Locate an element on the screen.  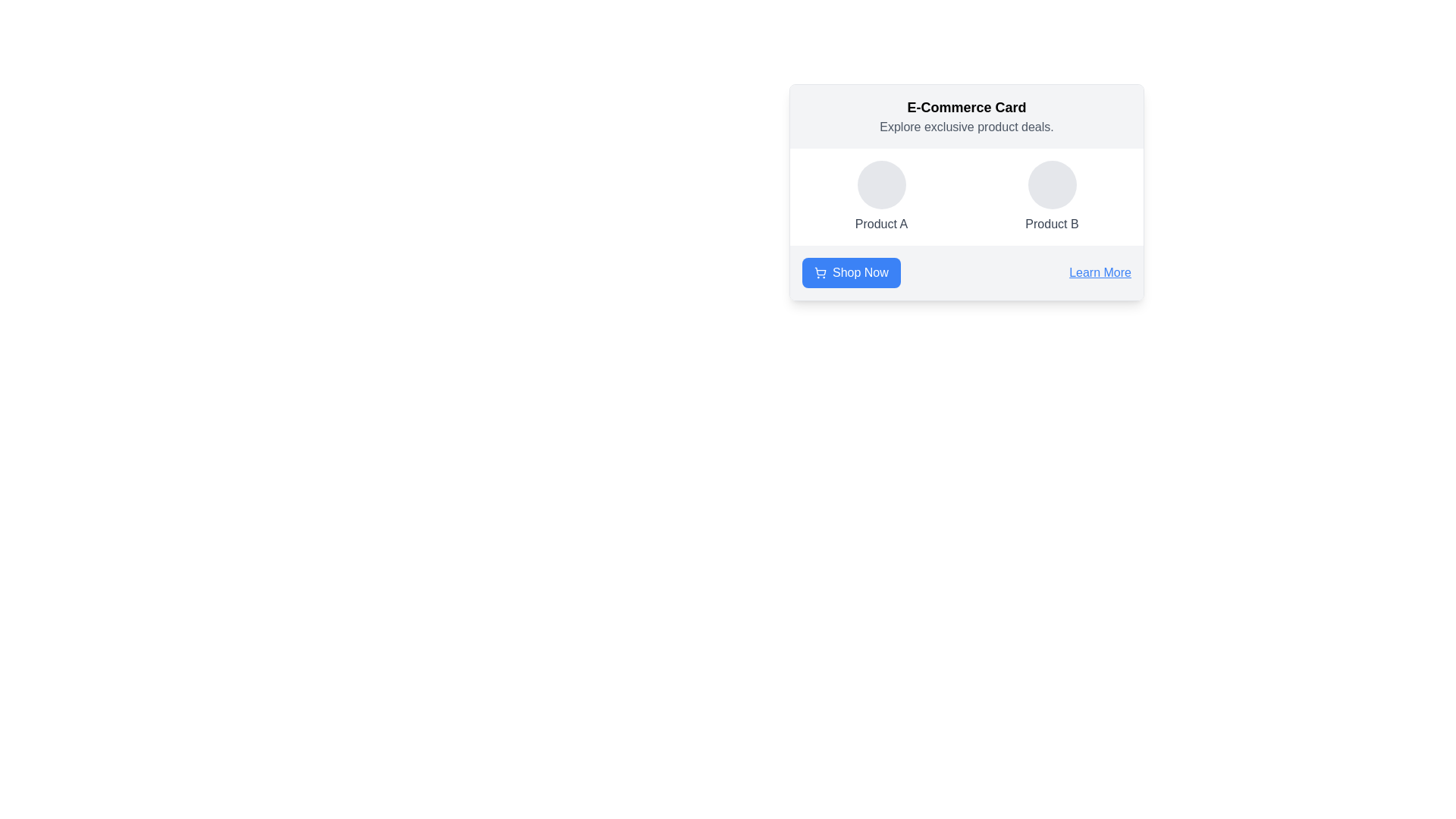
the Text Label that displays the name or label of the item, located in the left section of the card layout, directly below the circular placeholder image is located at coordinates (881, 224).